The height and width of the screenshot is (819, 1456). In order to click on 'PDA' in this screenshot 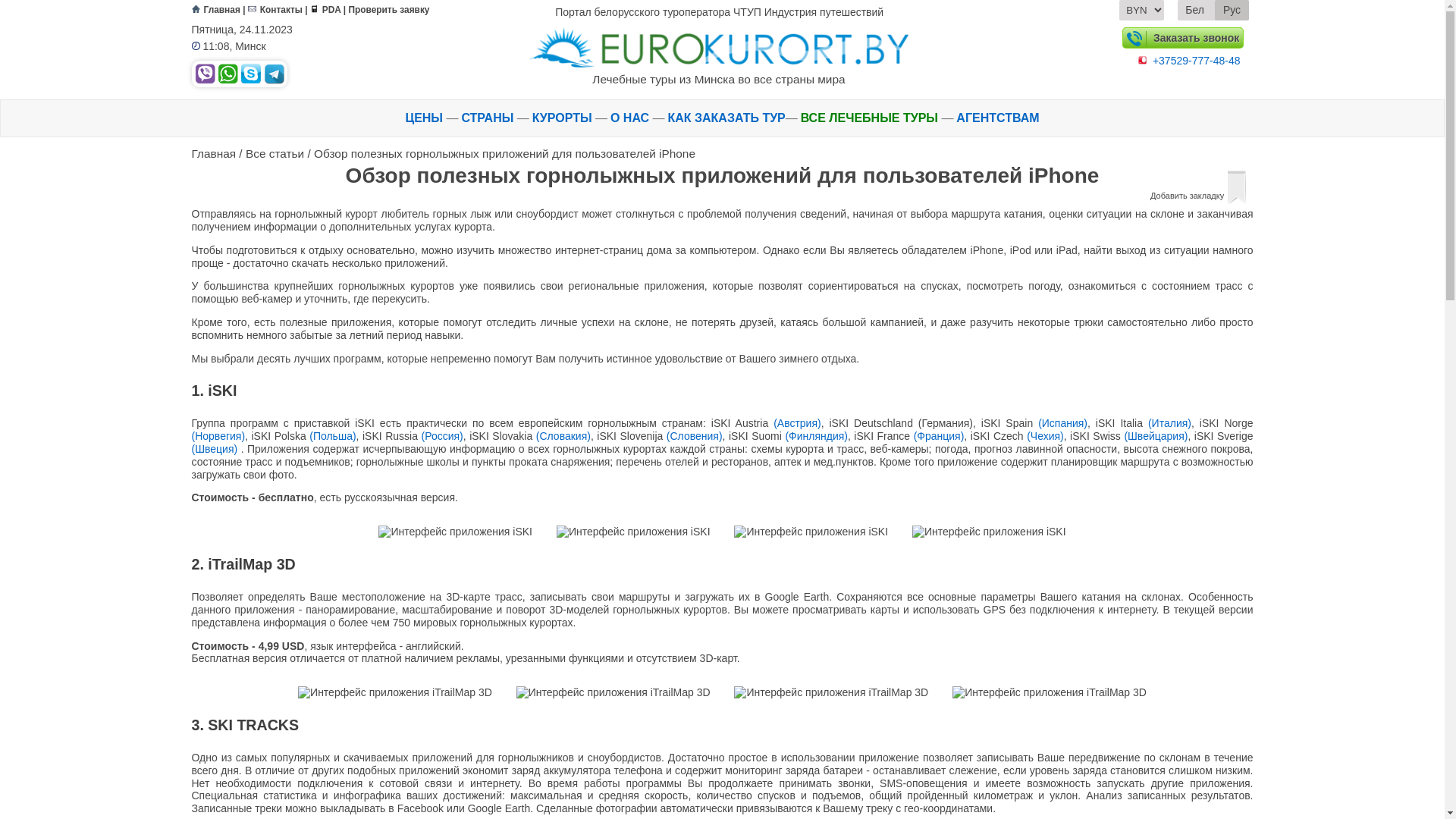, I will do `click(325, 9)`.